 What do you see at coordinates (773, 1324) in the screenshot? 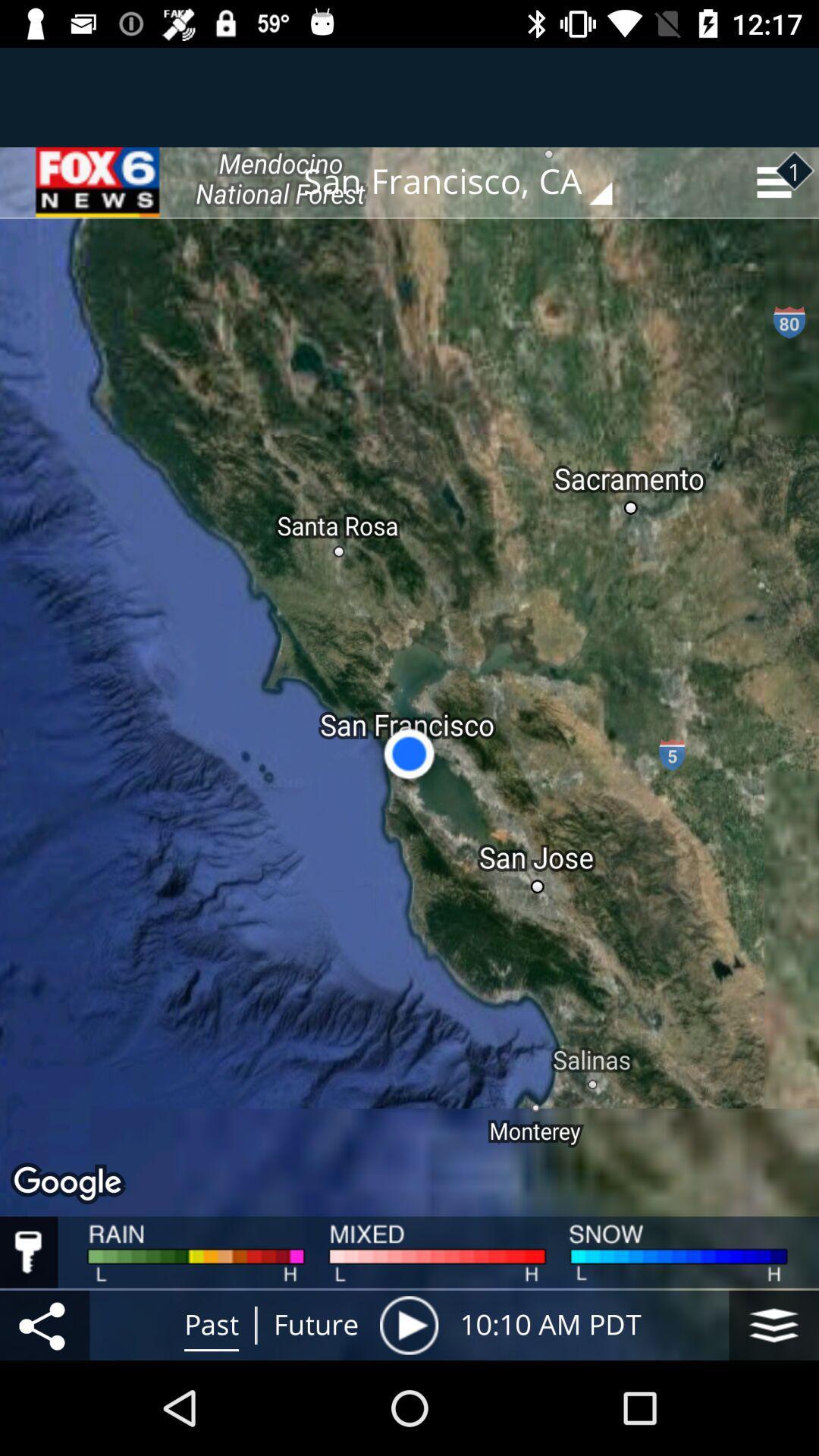
I see `the layers icon` at bounding box center [773, 1324].